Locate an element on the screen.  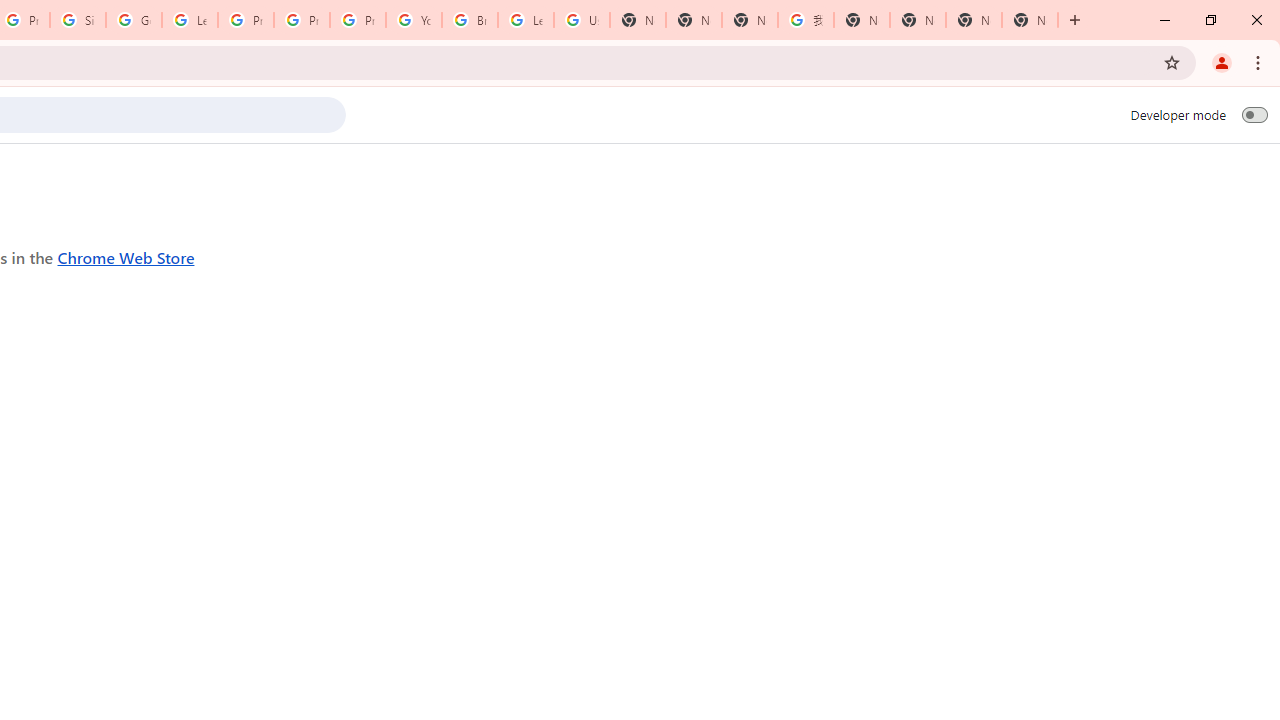
'Developer mode' is located at coordinates (1254, 114).